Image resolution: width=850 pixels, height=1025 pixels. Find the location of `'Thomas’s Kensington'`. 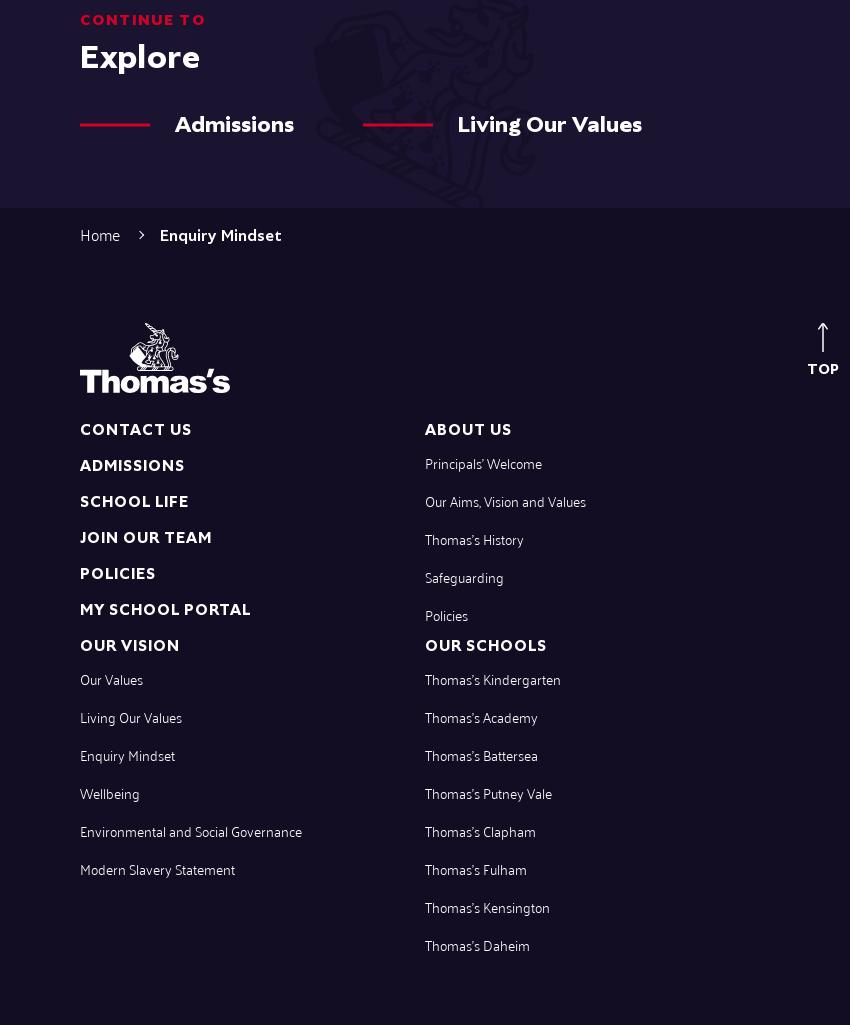

'Thomas’s Kensington' is located at coordinates (487, 904).